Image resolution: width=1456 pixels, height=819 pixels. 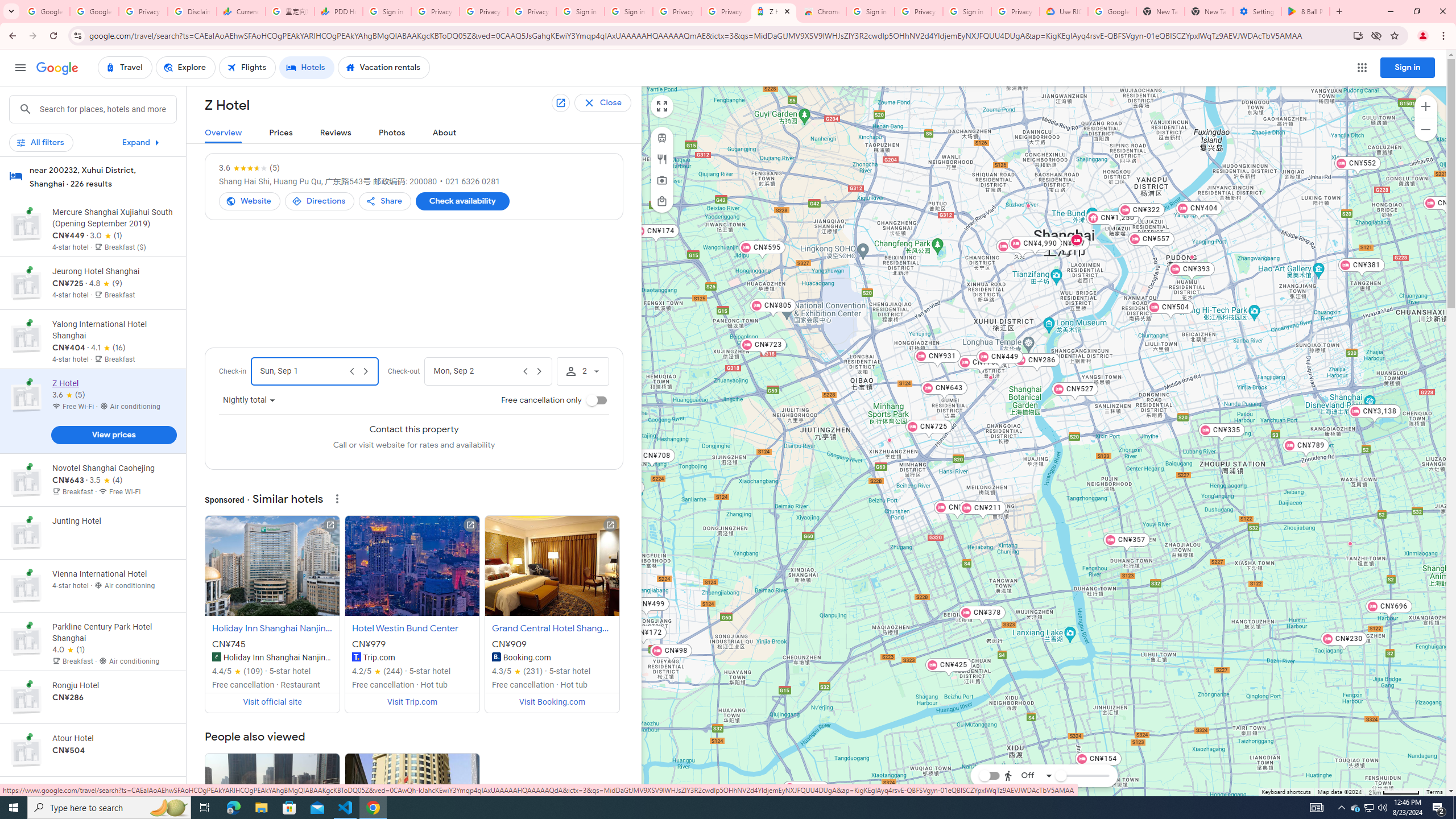 I want to click on 'View prices', so click(x=113, y=434).